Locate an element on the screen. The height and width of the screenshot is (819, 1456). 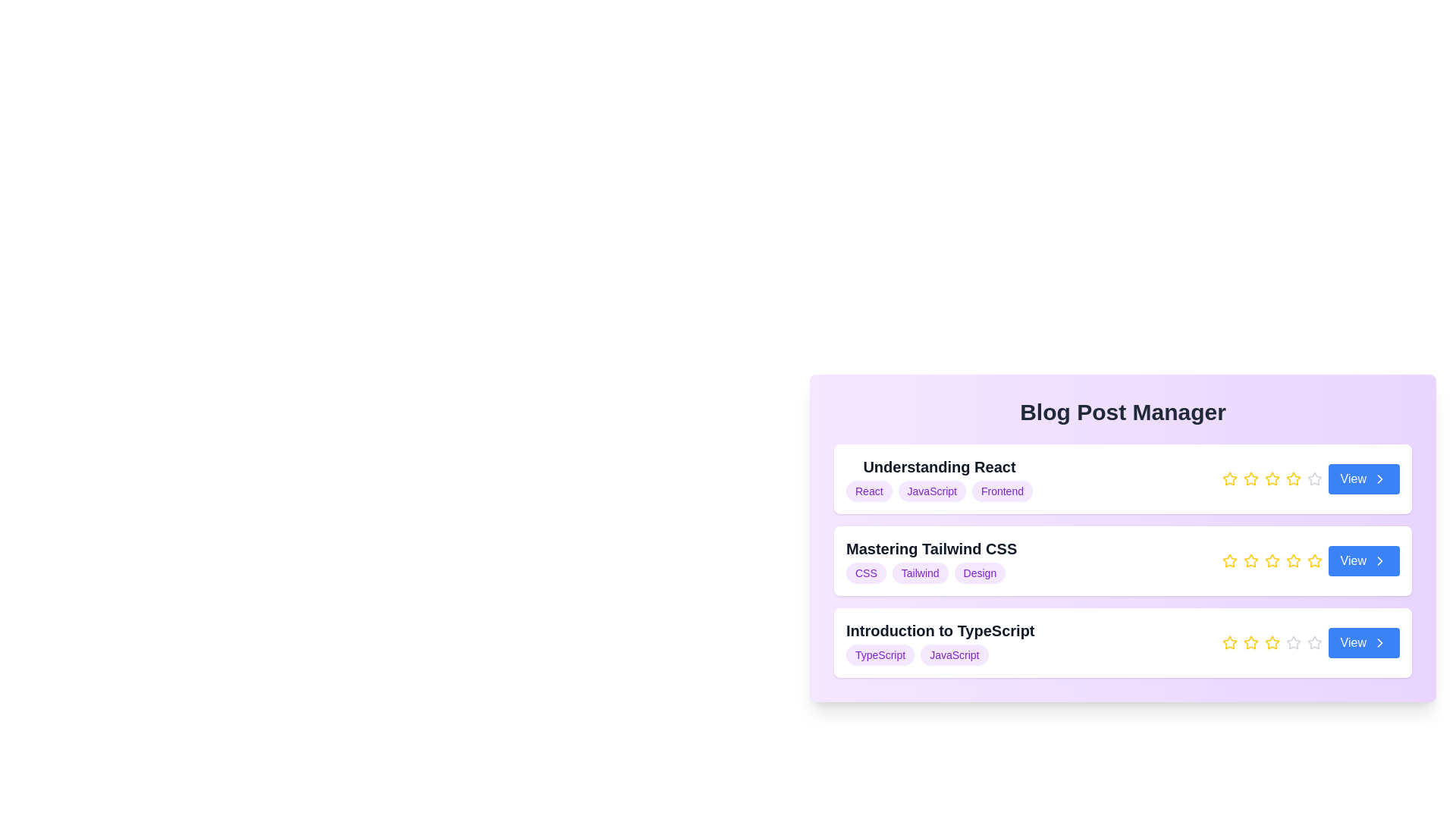
the pill-shaped badge with a light purple background and purple text reading 'Tailwind' located under the 'Mastering Tailwind CSS' section is located at coordinates (919, 573).